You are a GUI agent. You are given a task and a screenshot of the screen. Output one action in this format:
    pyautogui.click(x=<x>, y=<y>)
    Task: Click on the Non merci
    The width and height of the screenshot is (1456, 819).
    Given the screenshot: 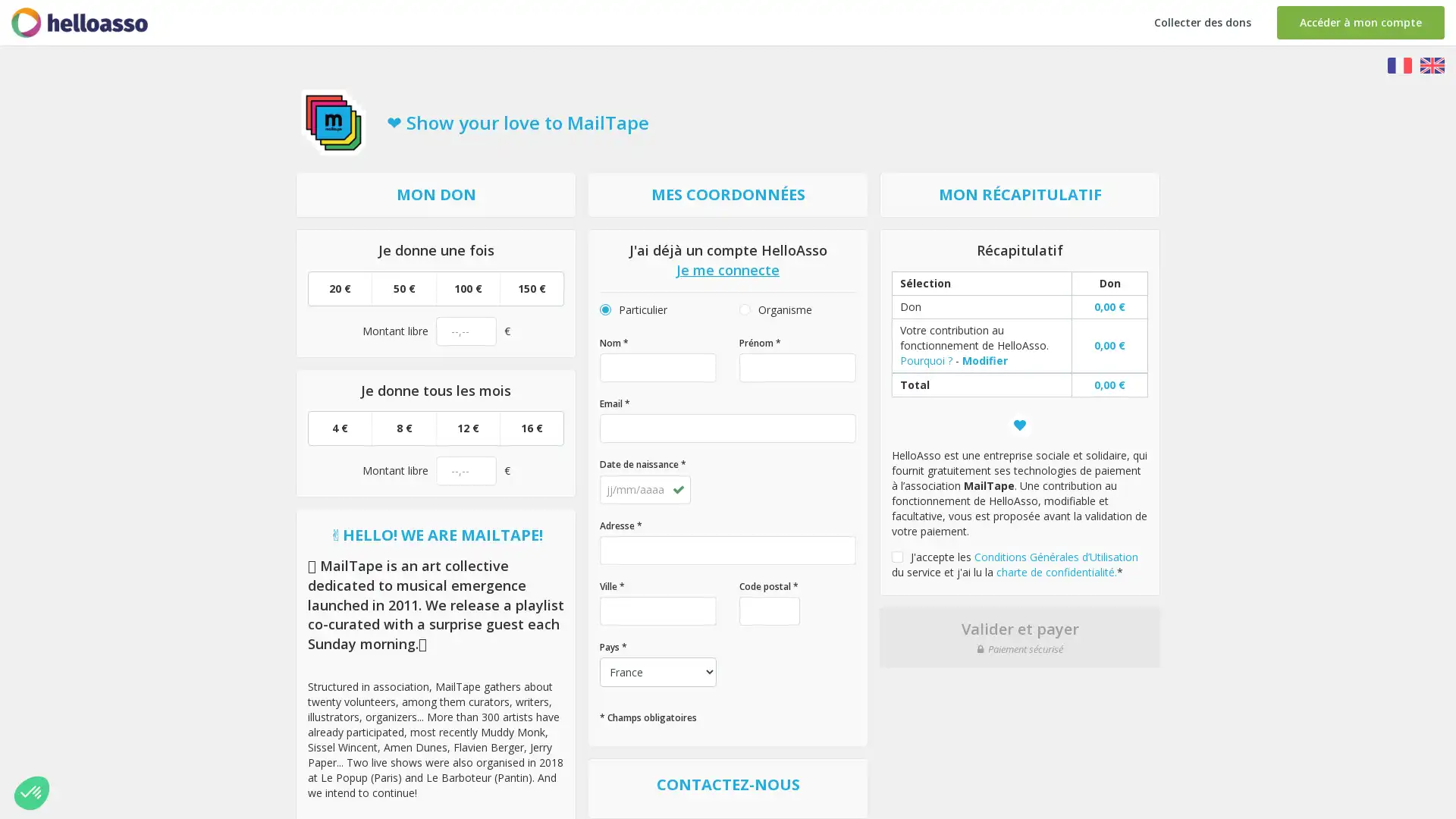 What is the action you would take?
    pyautogui.click(x=67, y=742)
    